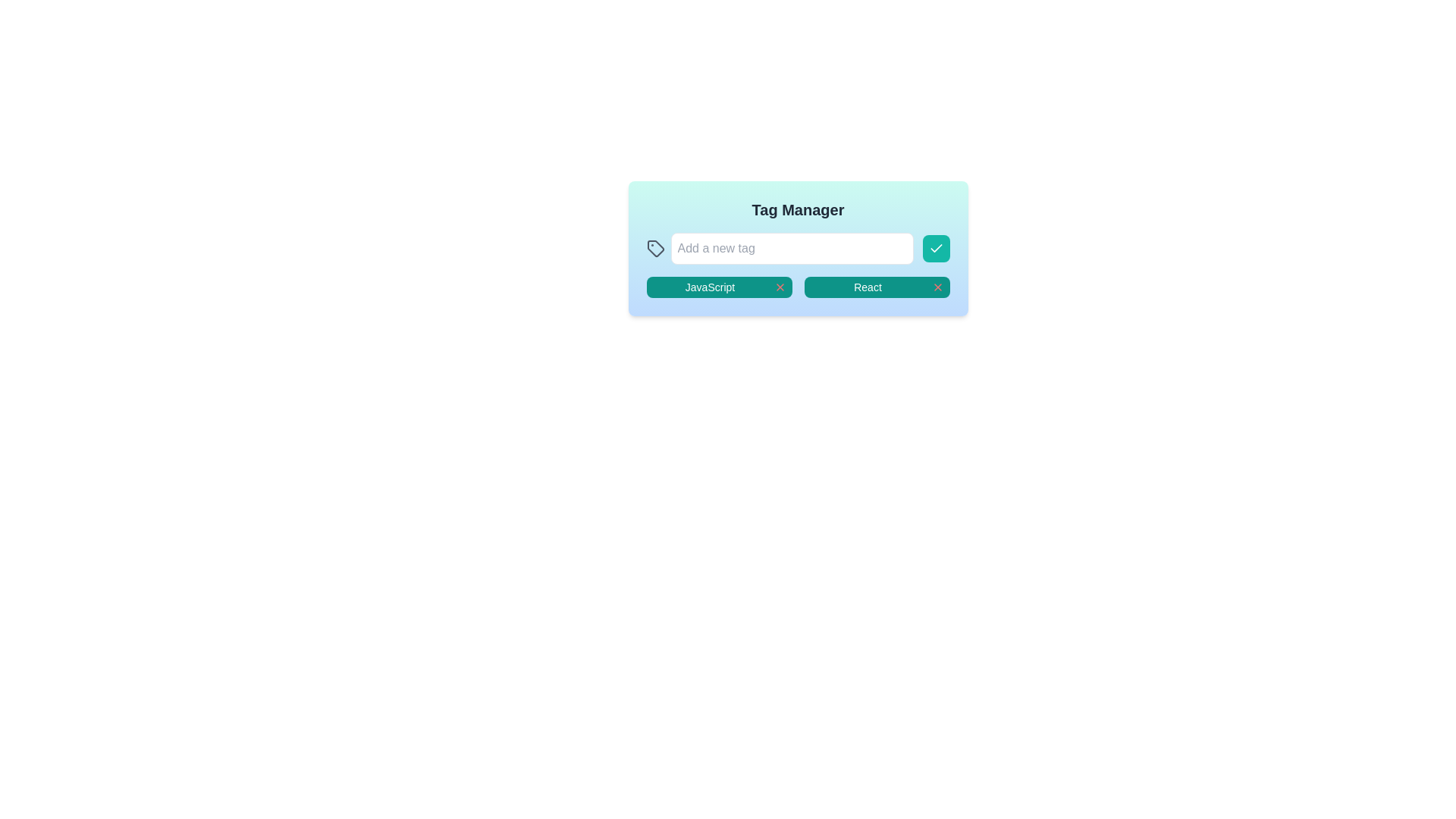 The image size is (1456, 819). Describe the element at coordinates (655, 247) in the screenshot. I see `the tag icon with a gray stroke located to the immediate left of the text input field labeled 'Add a new tag'` at that location.